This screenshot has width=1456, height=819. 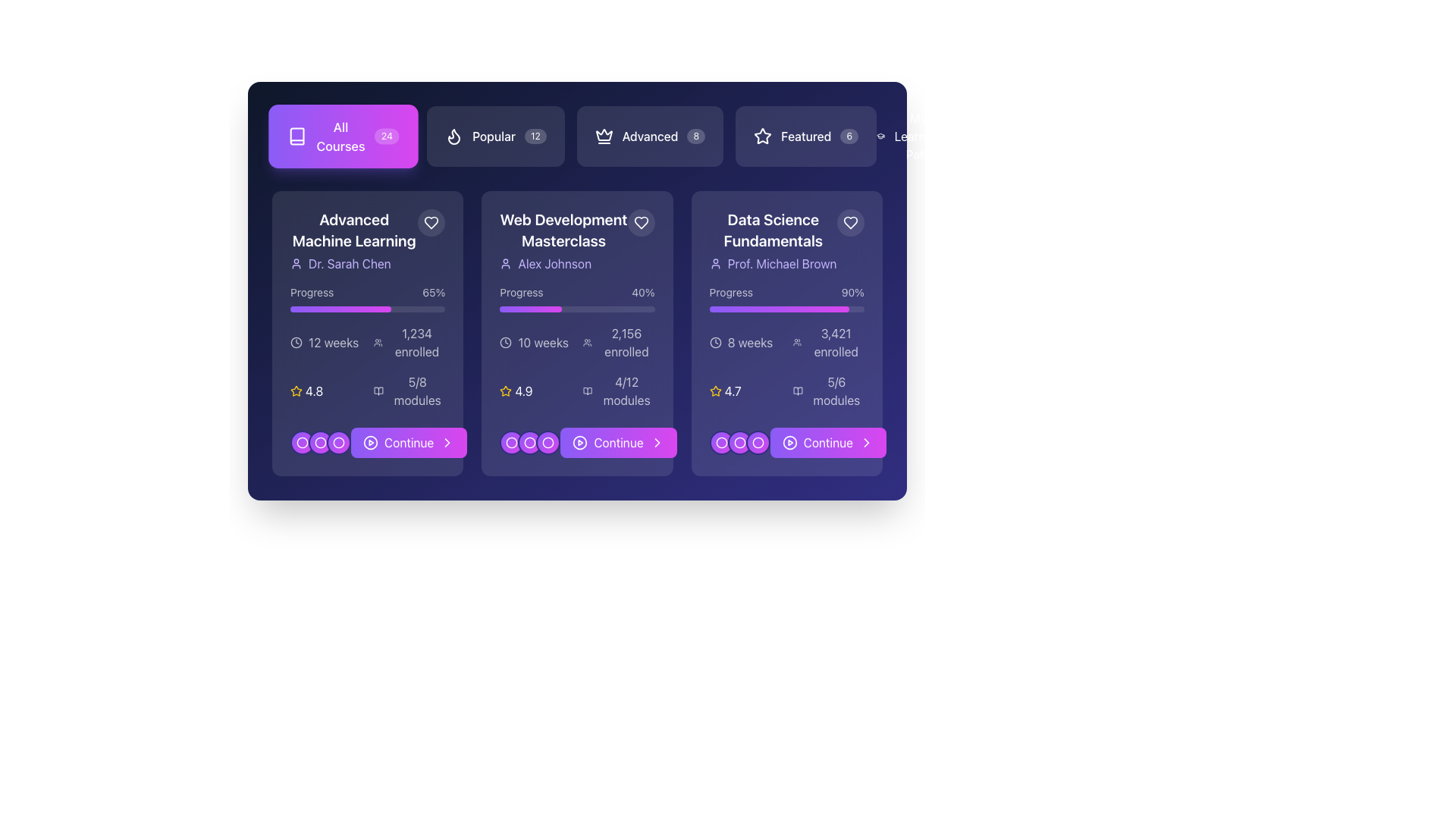 What do you see at coordinates (563, 262) in the screenshot?
I see `the label displaying the text 'Alex Johnson' styled in violet, which is located below the title 'Web Development Masterclass' in the upper-middle section of the second card` at bounding box center [563, 262].